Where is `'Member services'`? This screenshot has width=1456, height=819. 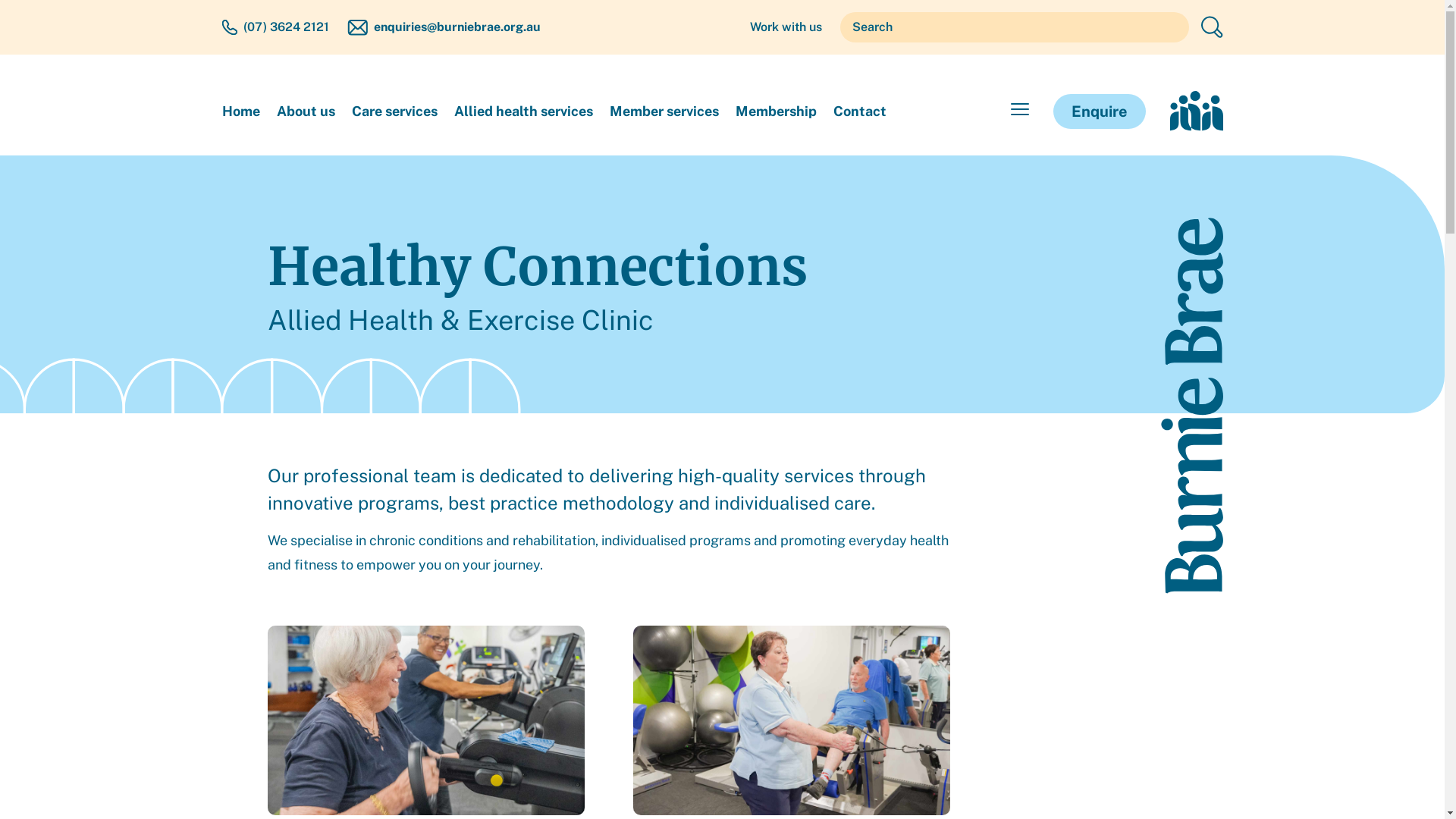 'Member services' is located at coordinates (610, 110).